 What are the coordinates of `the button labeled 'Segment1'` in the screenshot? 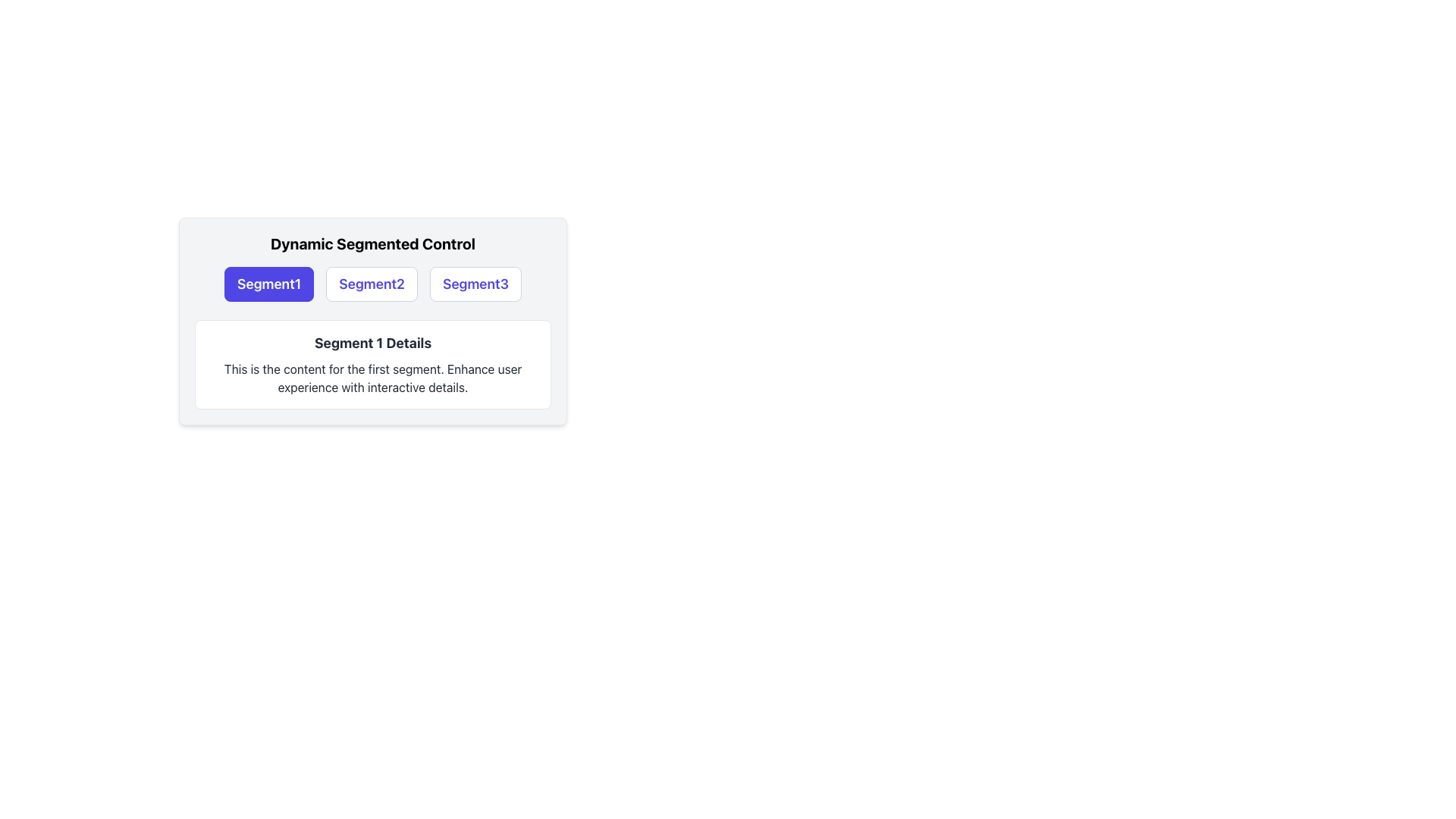 It's located at (269, 284).